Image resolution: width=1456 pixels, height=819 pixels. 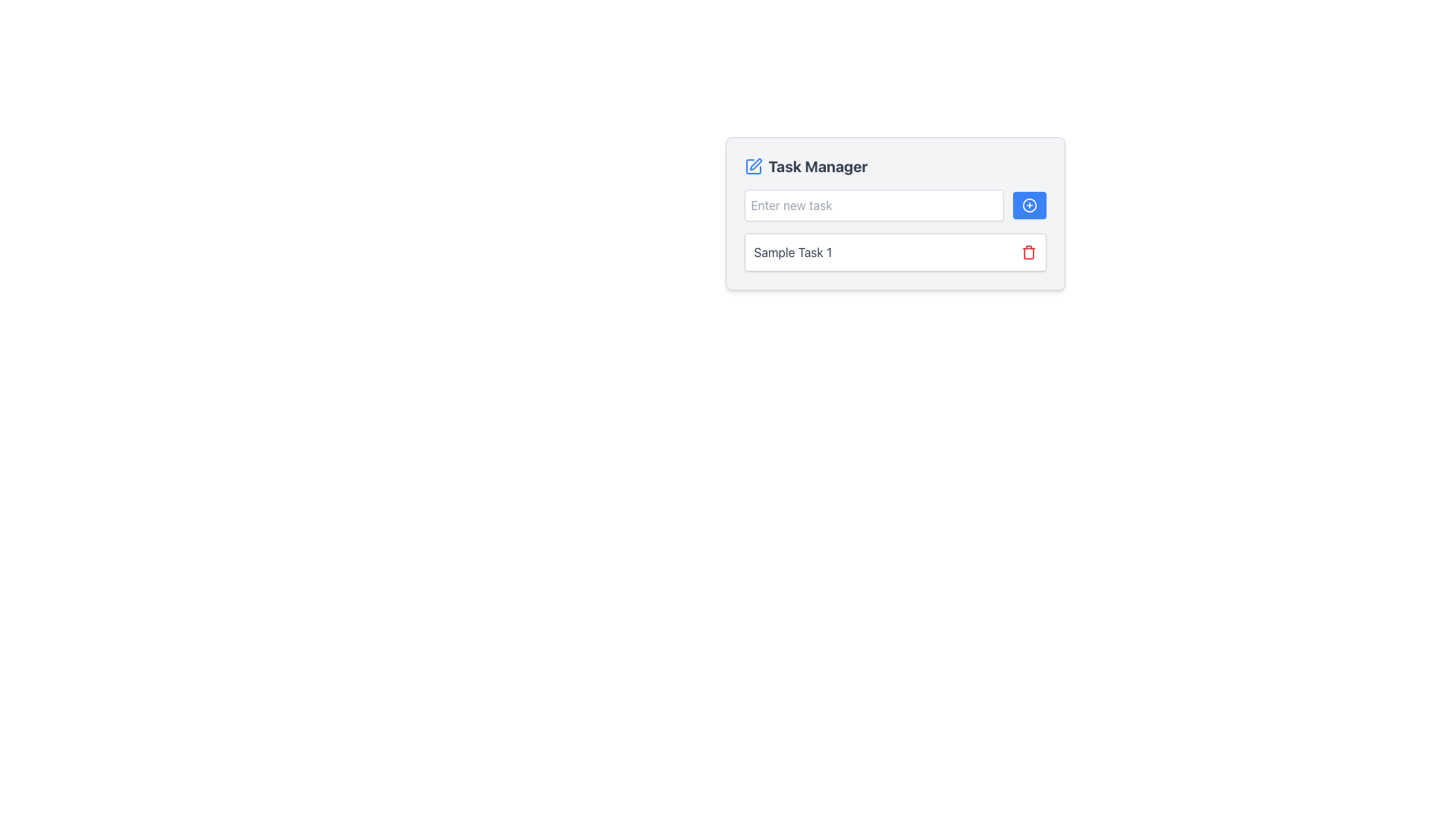 I want to click on the pen icon within the square icon in the 'Task Manager' section, which serves as an edit functionality indicator, so click(x=755, y=164).